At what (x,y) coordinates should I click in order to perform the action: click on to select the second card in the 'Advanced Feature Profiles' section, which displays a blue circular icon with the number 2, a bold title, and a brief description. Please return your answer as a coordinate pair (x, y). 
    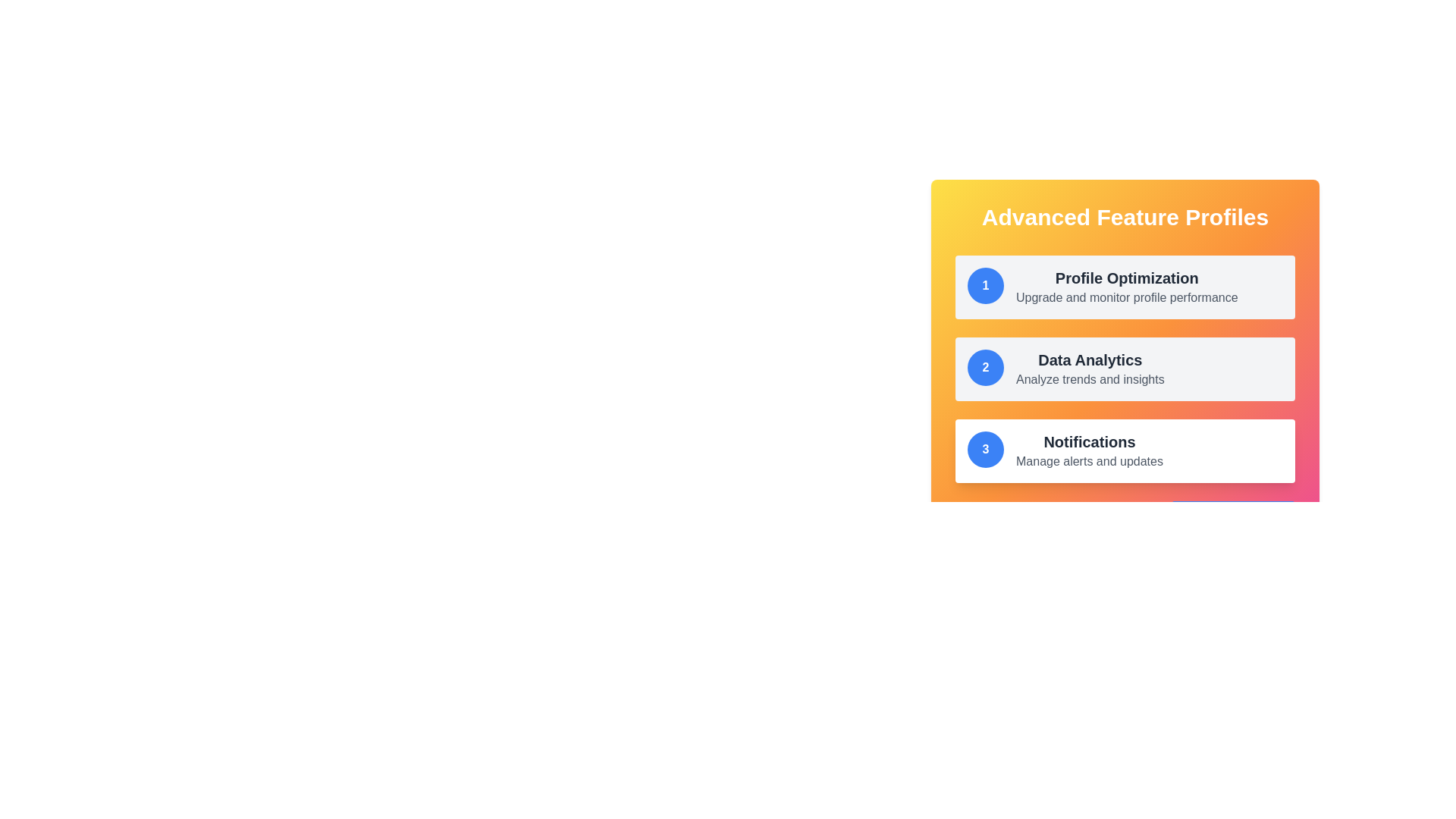
    Looking at the image, I should click on (1125, 369).